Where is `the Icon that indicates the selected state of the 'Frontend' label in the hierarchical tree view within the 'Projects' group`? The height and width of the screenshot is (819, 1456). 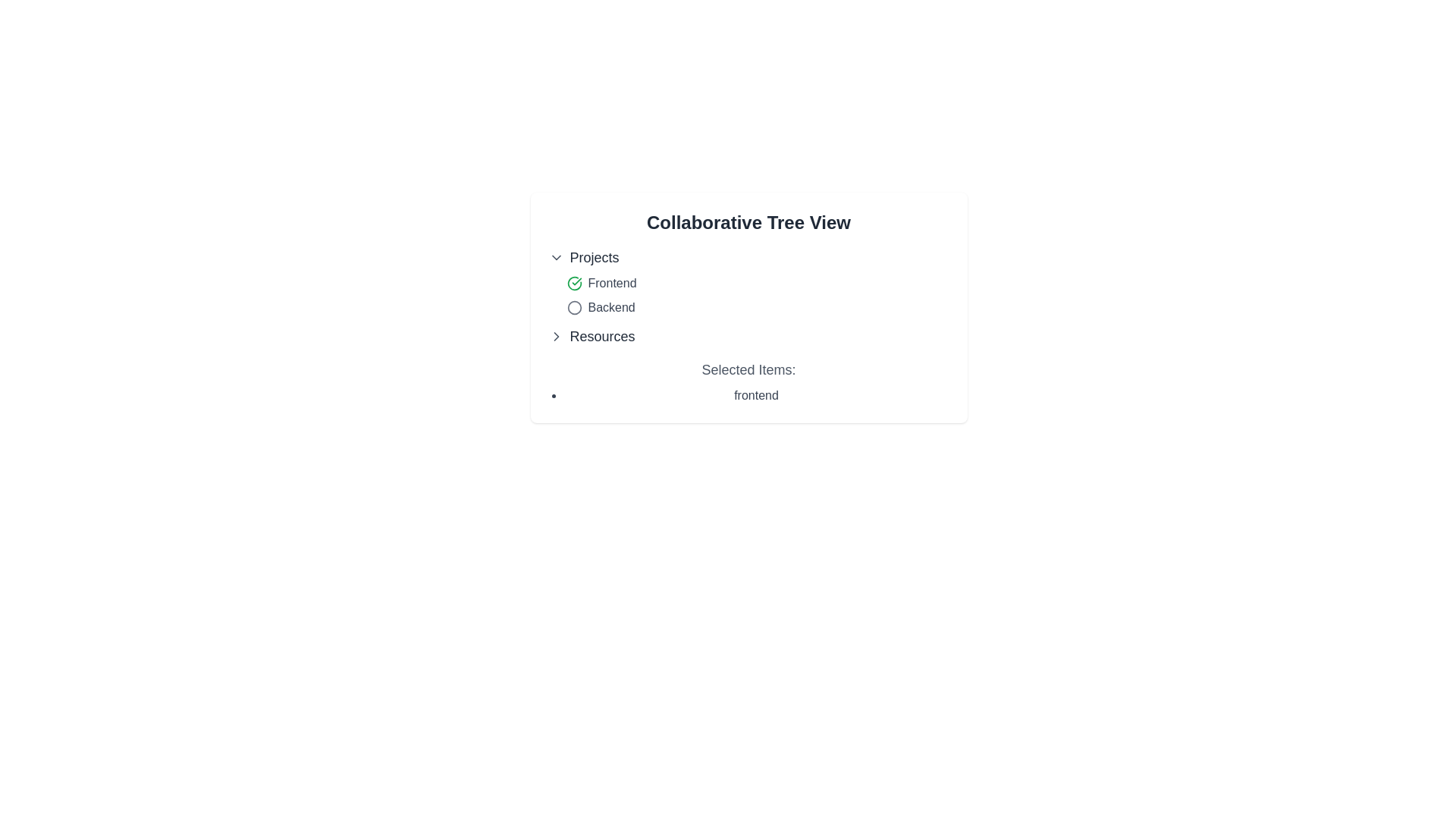 the Icon that indicates the selected state of the 'Frontend' label in the hierarchical tree view within the 'Projects' group is located at coordinates (573, 284).